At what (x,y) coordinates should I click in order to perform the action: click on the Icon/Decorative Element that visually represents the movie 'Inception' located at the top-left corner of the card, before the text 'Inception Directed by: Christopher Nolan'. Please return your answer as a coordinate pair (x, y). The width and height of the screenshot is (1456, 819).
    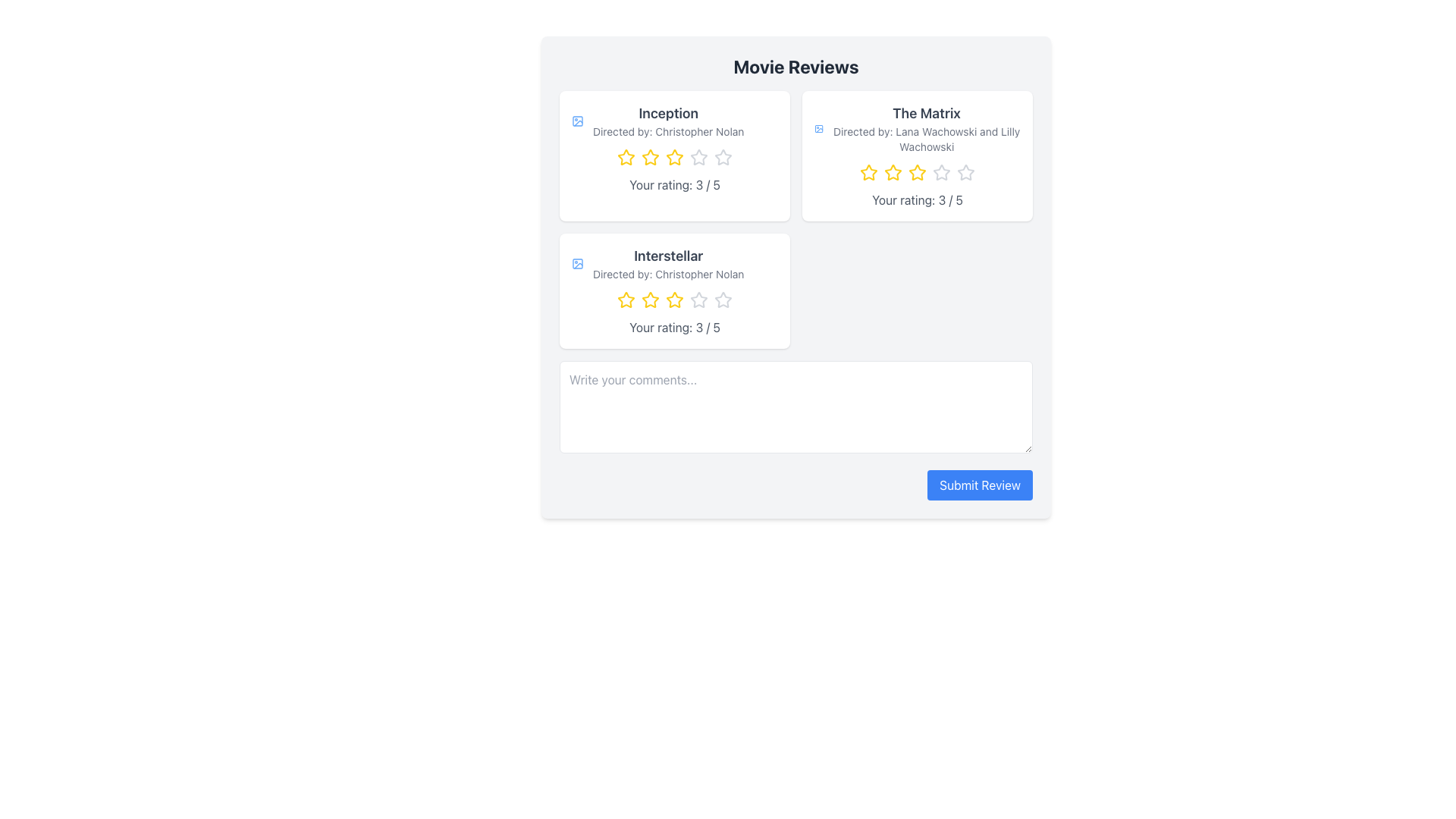
    Looking at the image, I should click on (577, 120).